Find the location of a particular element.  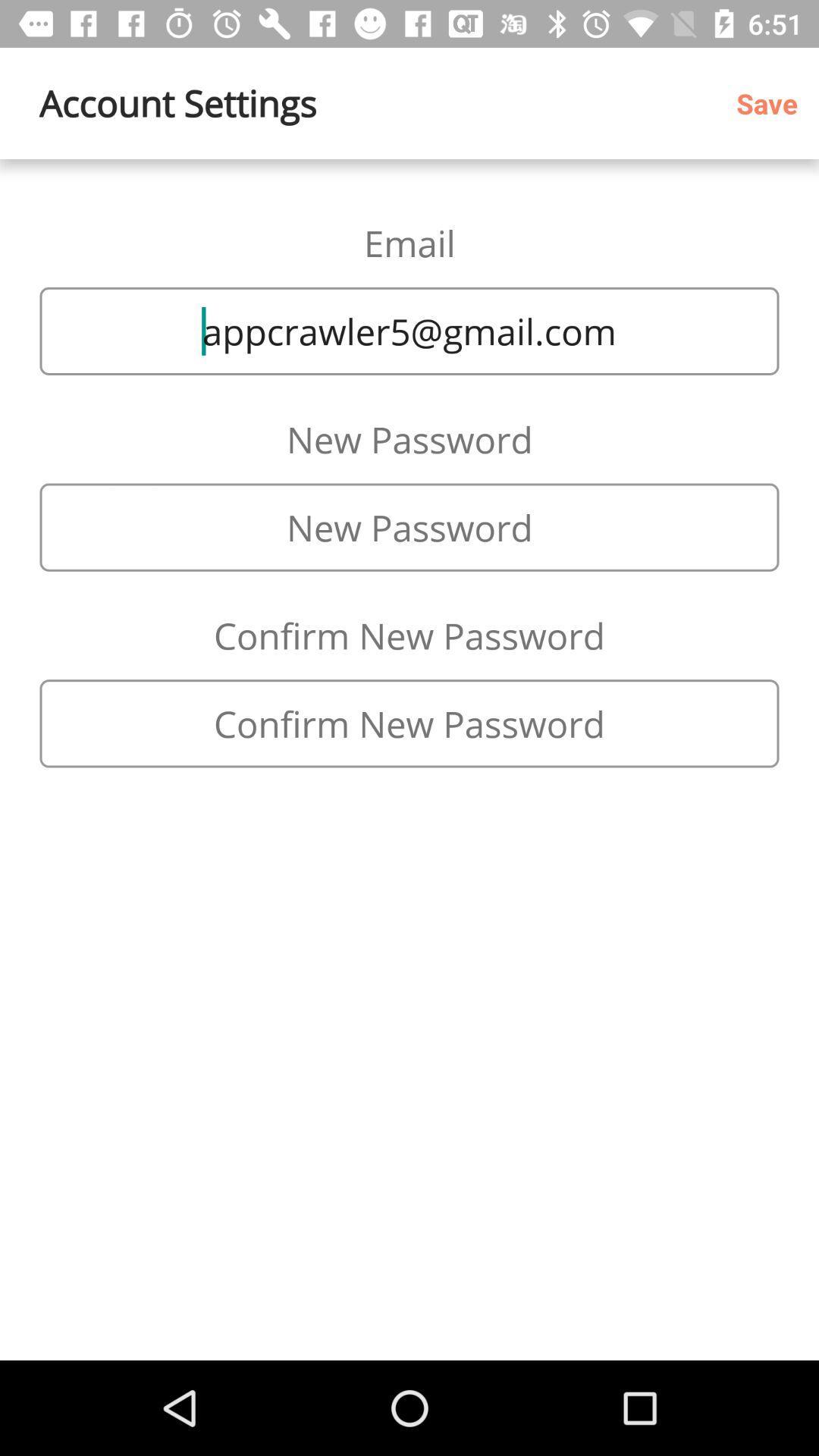

re-enter password is located at coordinates (409, 723).